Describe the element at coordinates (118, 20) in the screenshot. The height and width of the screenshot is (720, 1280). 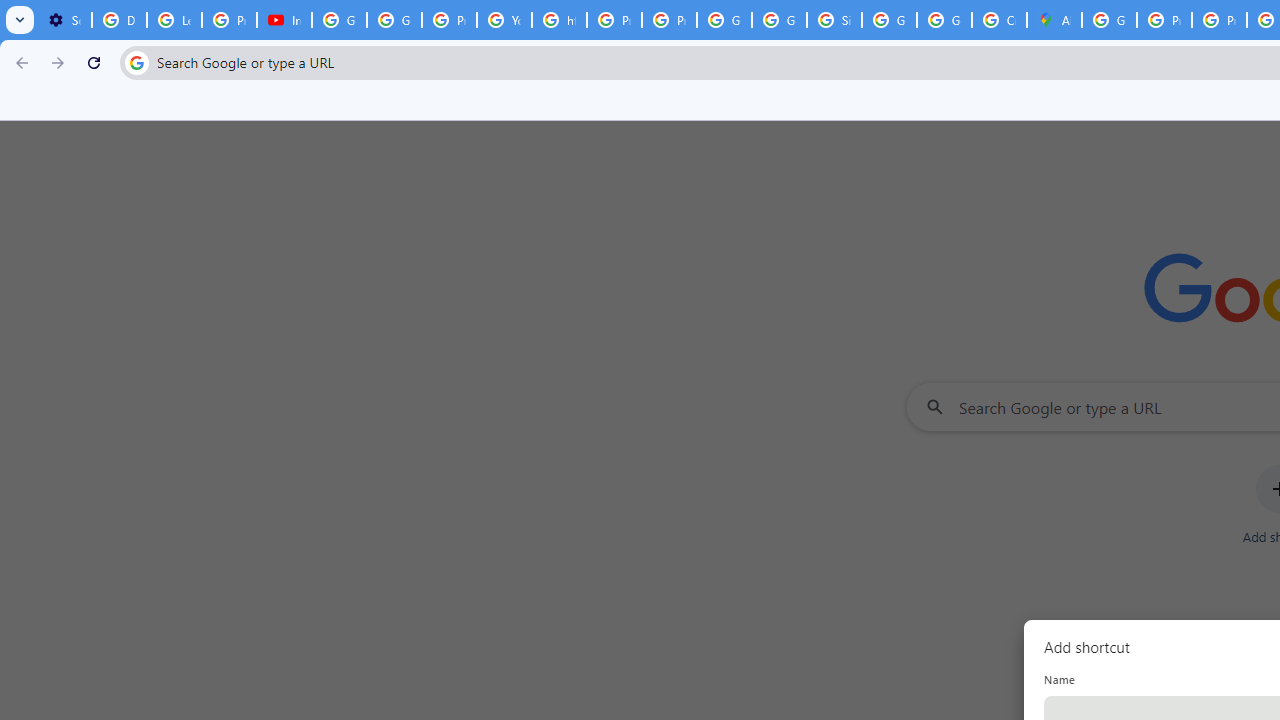
I see `'Delete photos & videos - Computer - Google Photos Help'` at that location.